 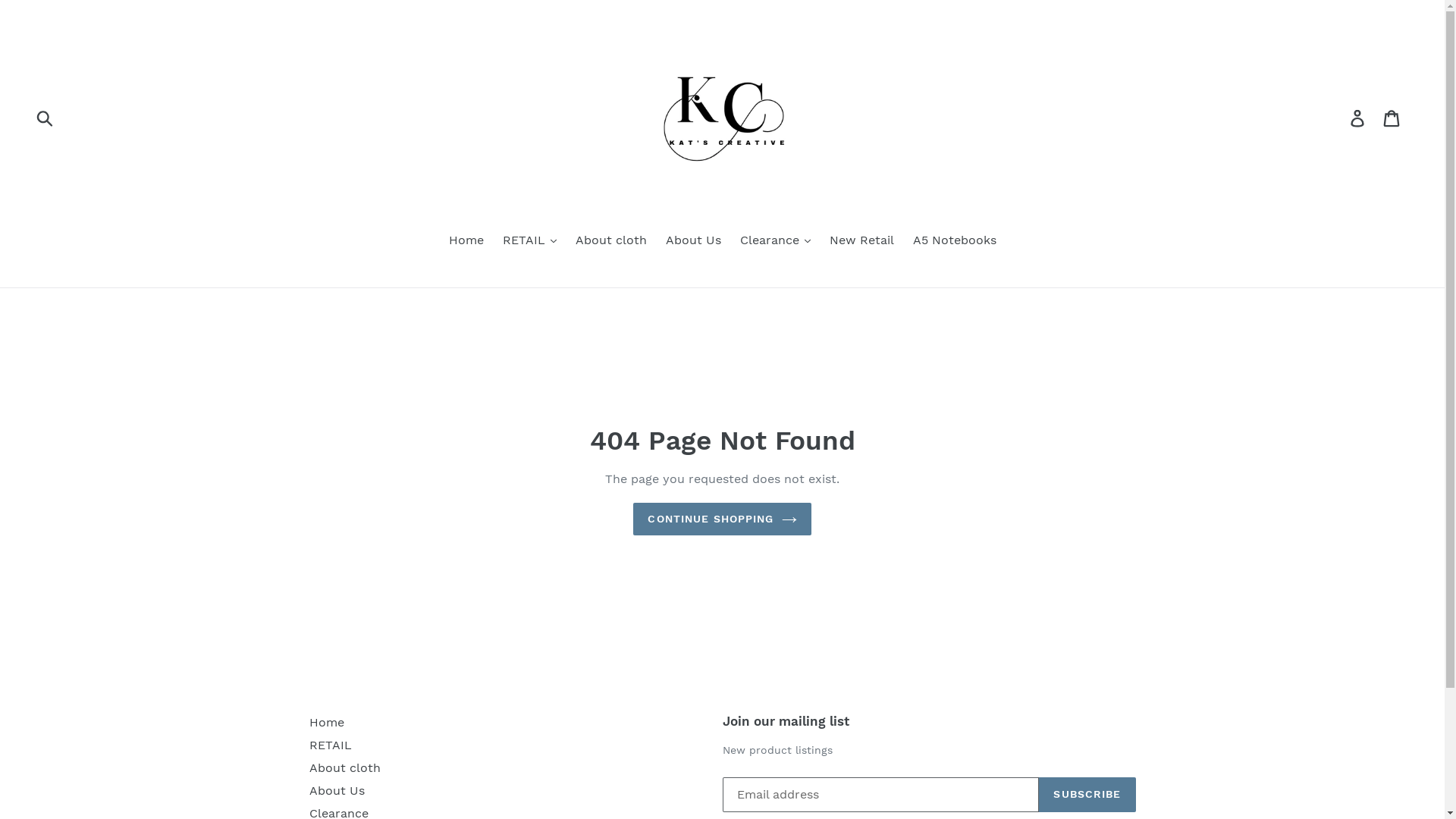 What do you see at coordinates (1358, 117) in the screenshot?
I see `'Log in'` at bounding box center [1358, 117].